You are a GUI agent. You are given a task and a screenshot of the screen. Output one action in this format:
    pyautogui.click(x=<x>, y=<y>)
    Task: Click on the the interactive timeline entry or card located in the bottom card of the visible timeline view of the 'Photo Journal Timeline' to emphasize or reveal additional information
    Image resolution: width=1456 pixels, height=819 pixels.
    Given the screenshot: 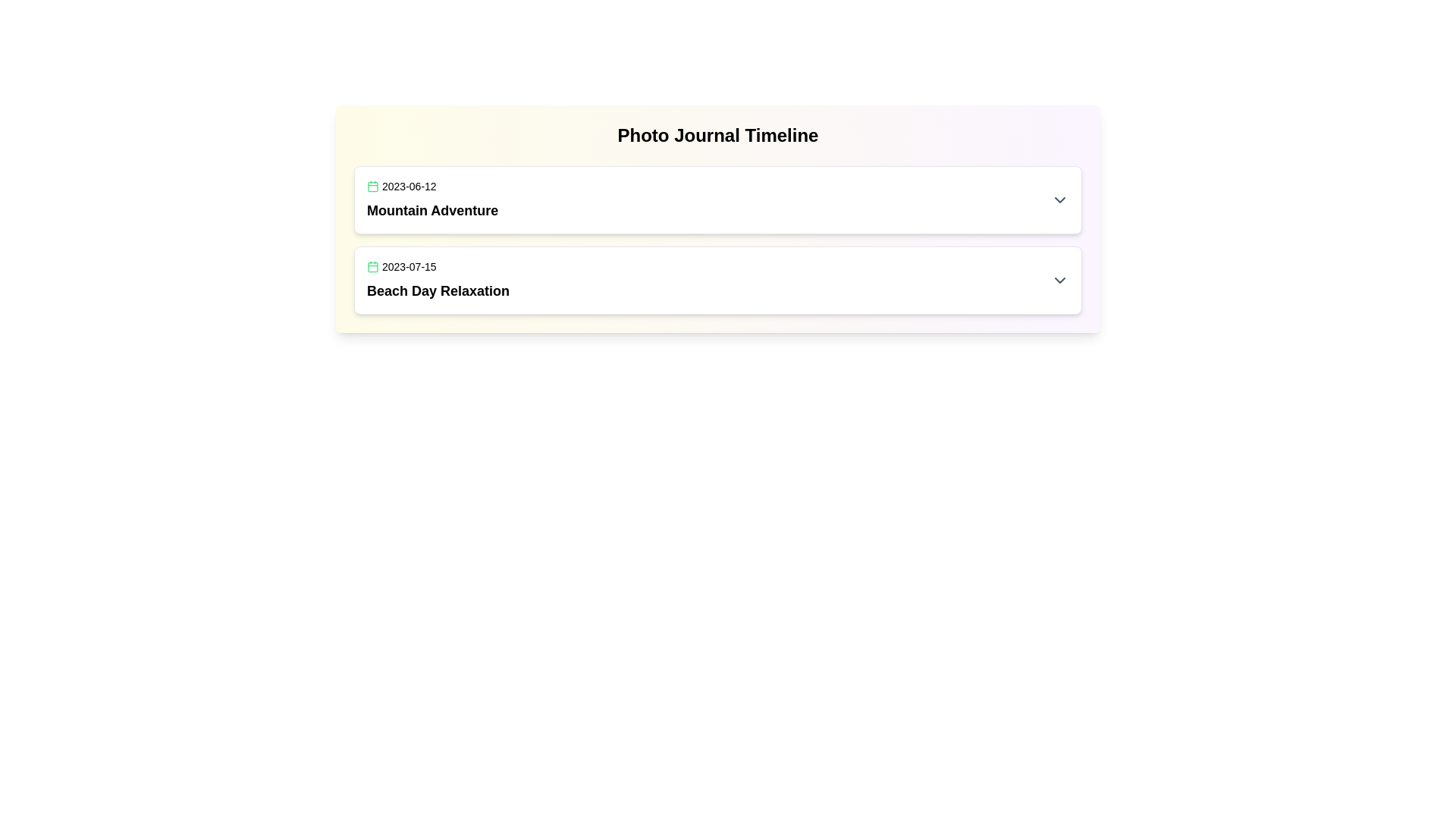 What is the action you would take?
    pyautogui.click(x=717, y=281)
    